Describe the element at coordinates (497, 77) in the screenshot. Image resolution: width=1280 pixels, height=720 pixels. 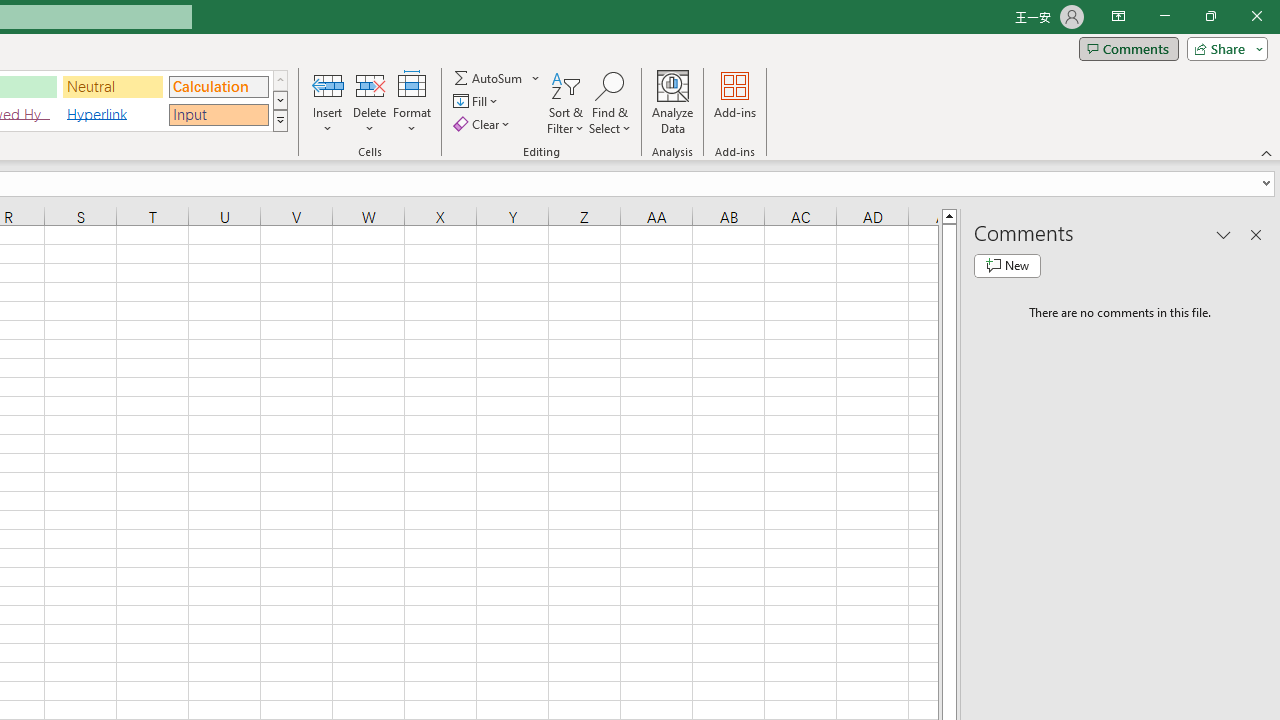
I see `'AutoSum'` at that location.